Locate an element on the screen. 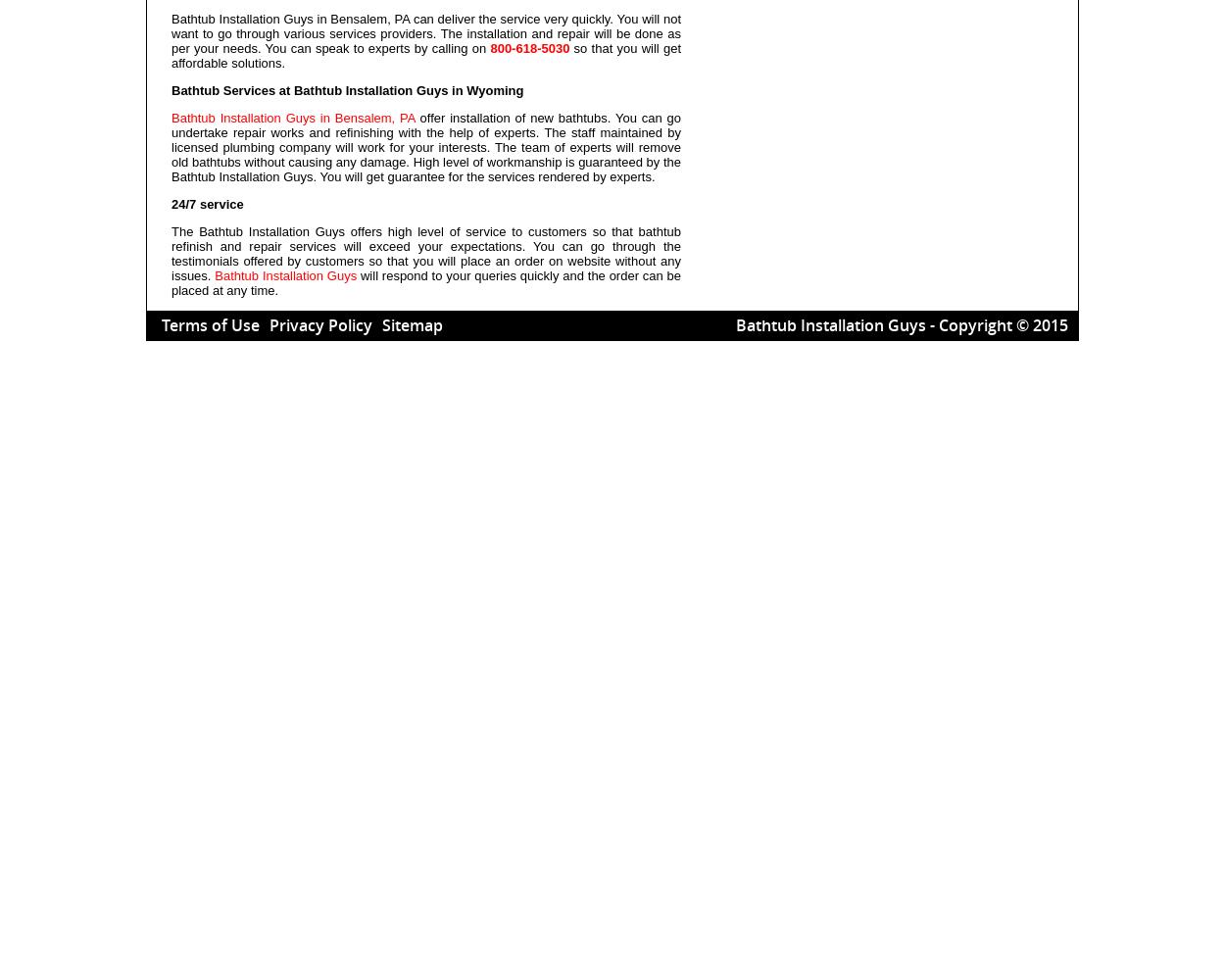  'OR' is located at coordinates (806, 45).